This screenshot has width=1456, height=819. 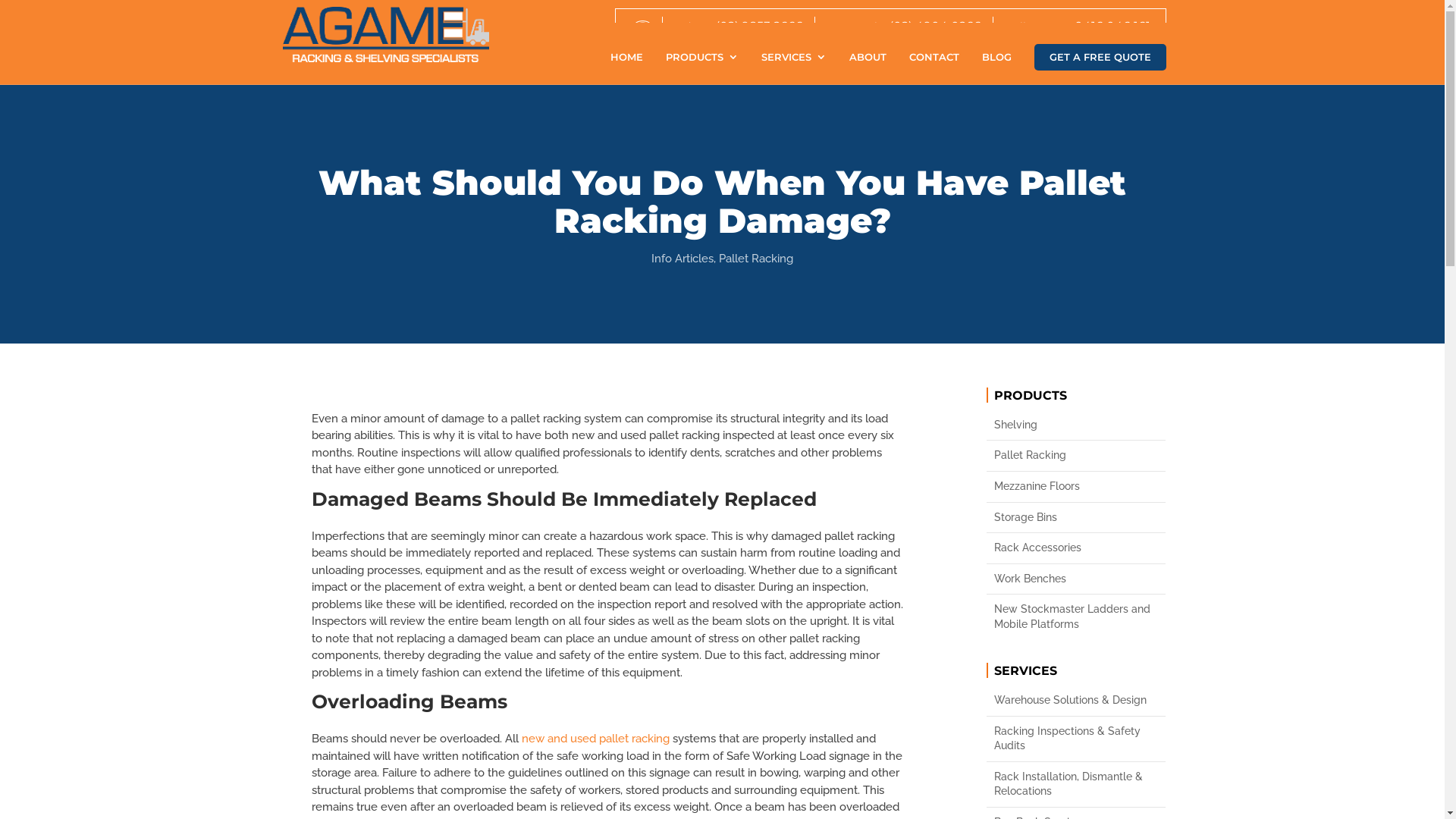 I want to click on 'Shelving', so click(x=1075, y=425).